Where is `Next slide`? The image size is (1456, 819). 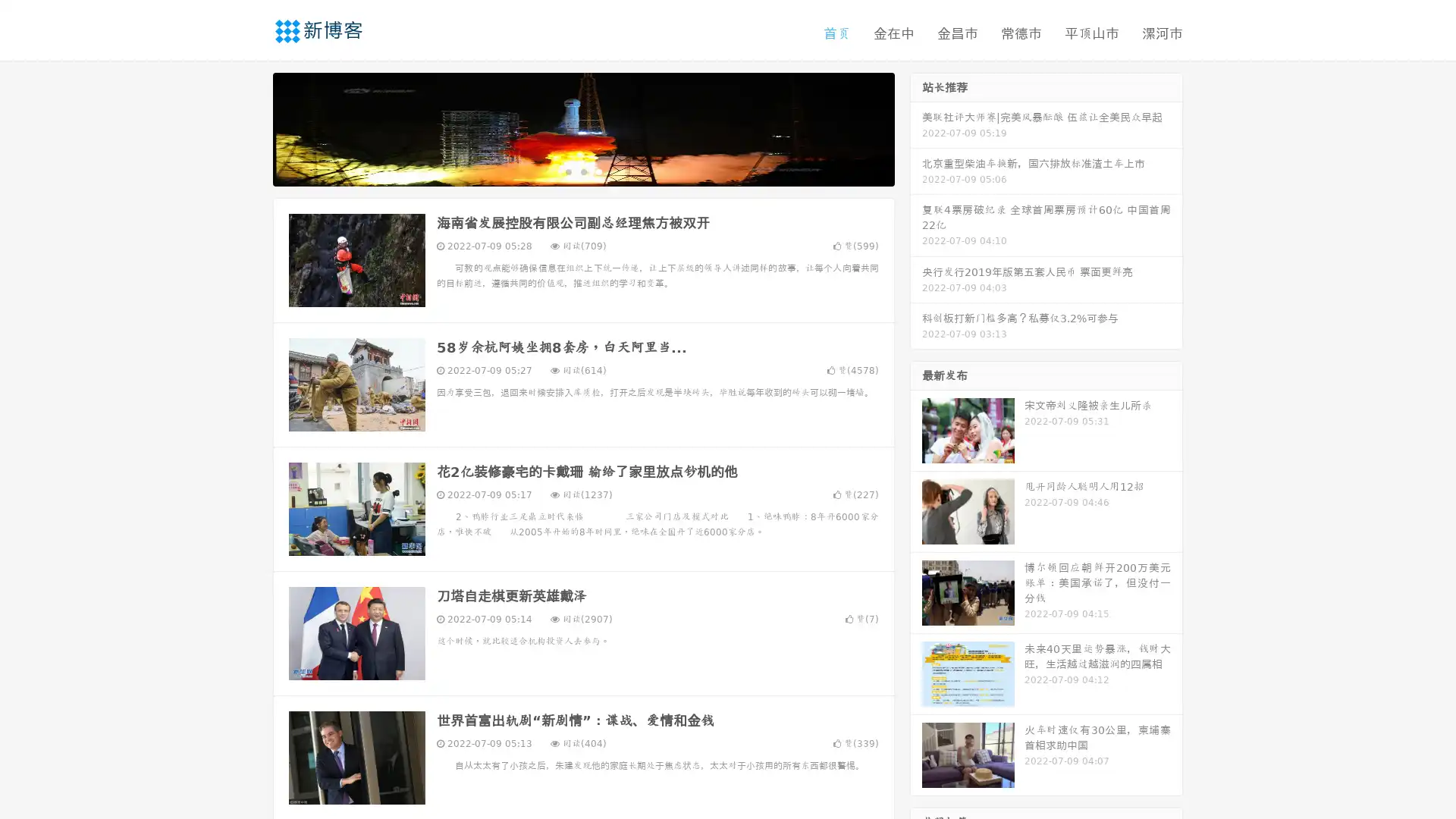 Next slide is located at coordinates (916, 127).